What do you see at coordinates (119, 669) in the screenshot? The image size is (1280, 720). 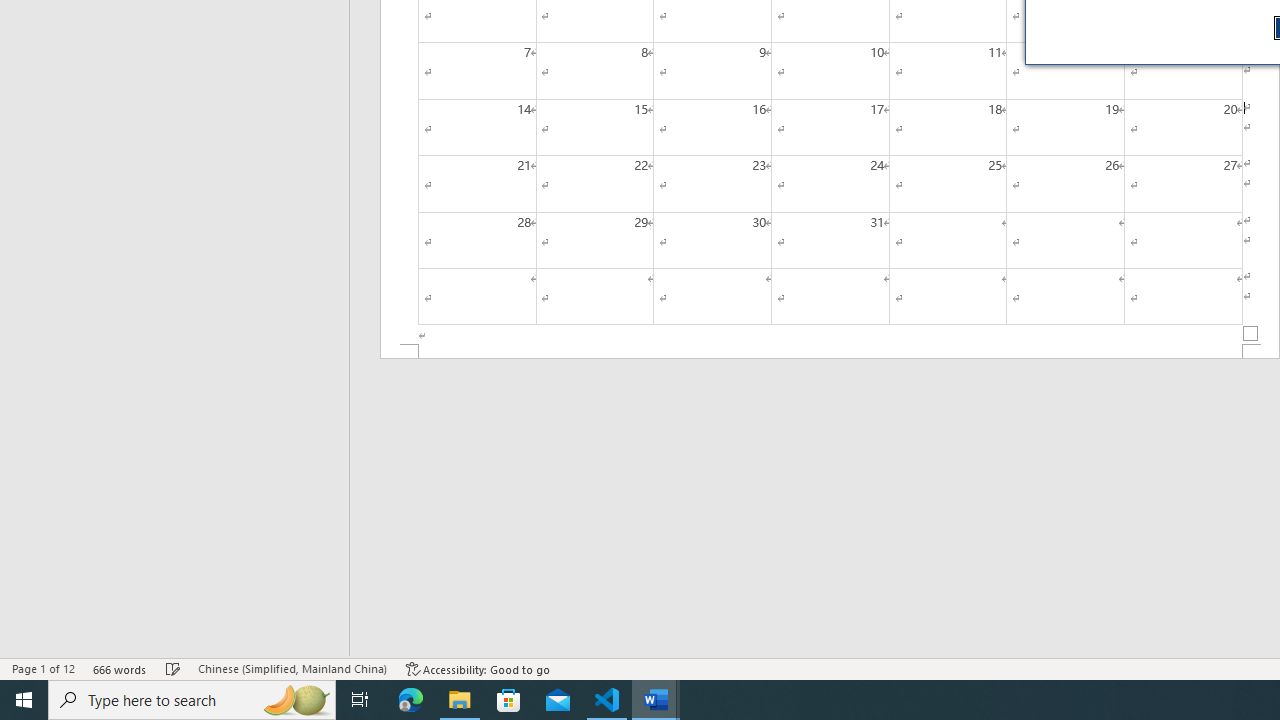 I see `'Word Count 666 words'` at bounding box center [119, 669].